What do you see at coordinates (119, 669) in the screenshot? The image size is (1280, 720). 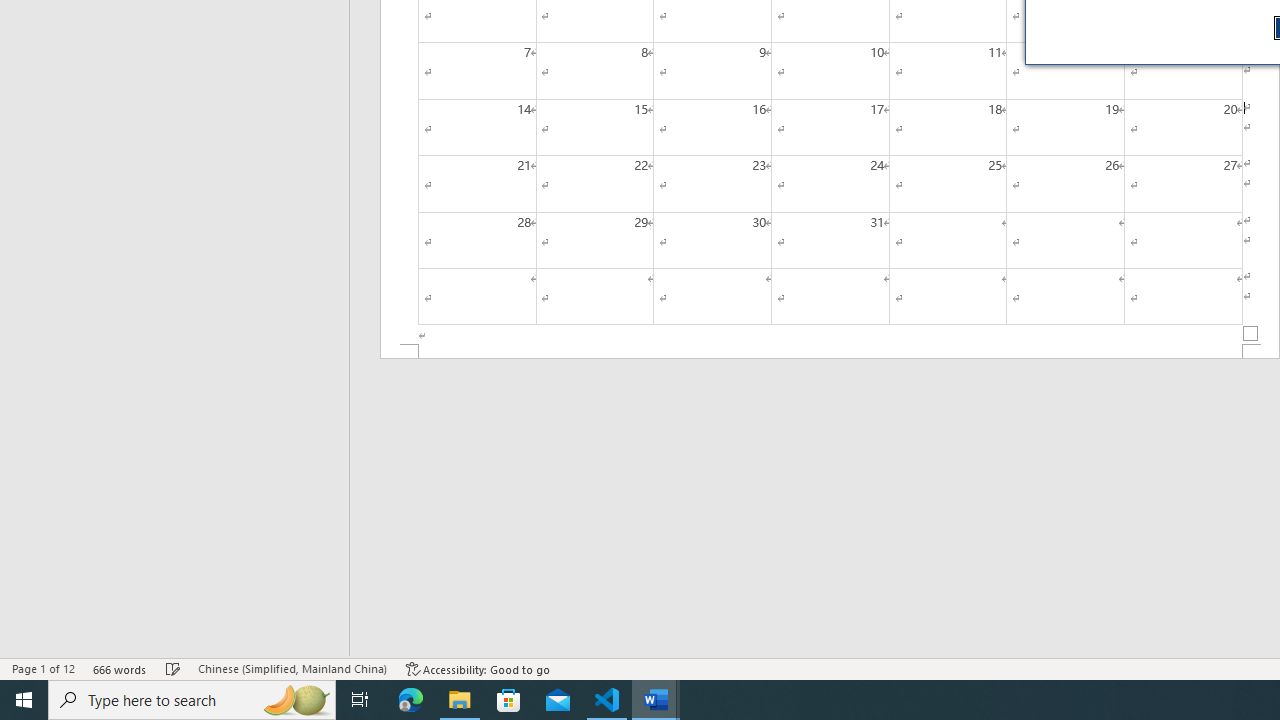 I see `'Word Count 666 words'` at bounding box center [119, 669].